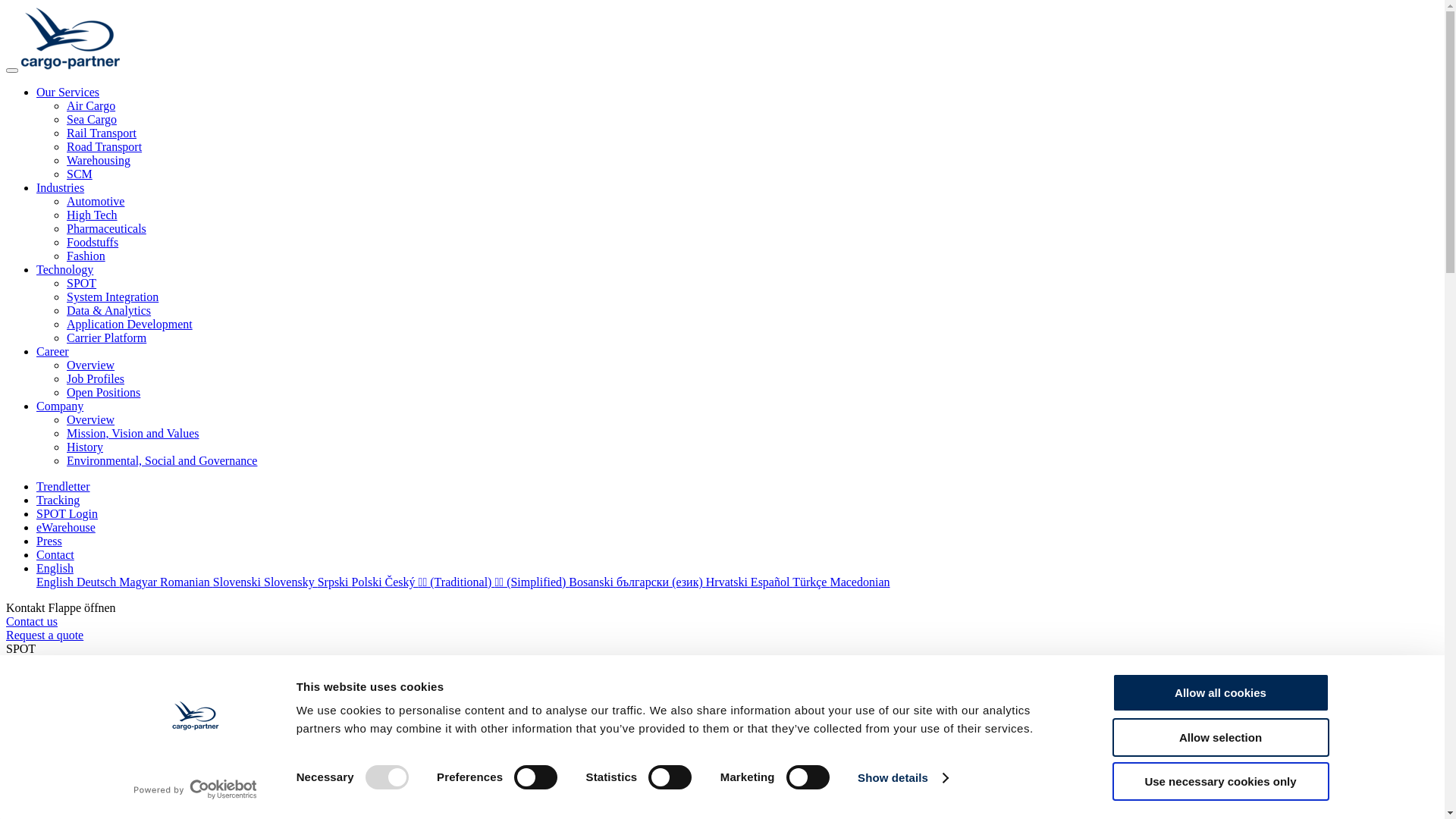  What do you see at coordinates (162, 460) in the screenshot?
I see `'Environmental, Social and Governance'` at bounding box center [162, 460].